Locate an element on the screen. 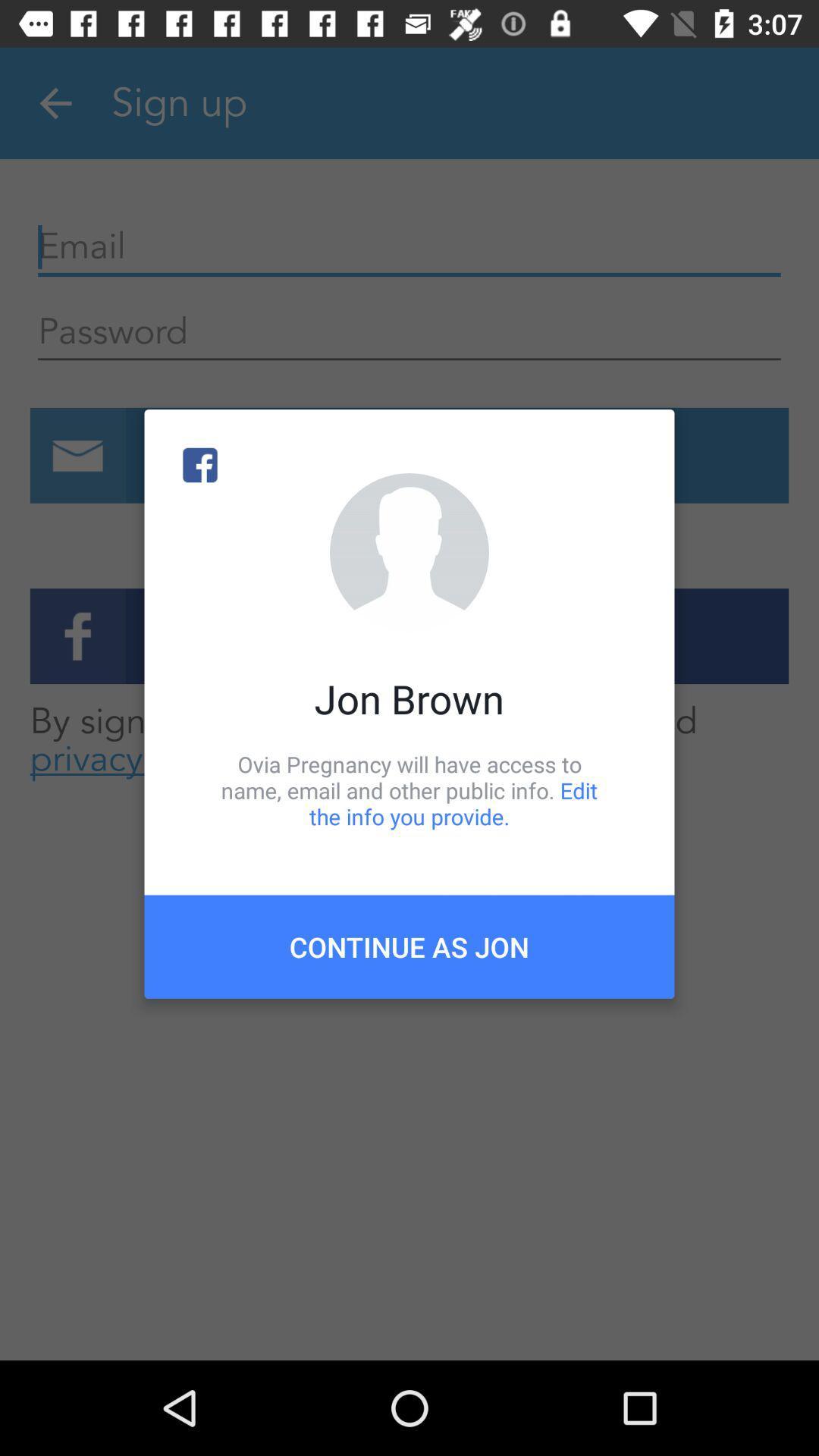  the item below jon brown icon is located at coordinates (409, 789).